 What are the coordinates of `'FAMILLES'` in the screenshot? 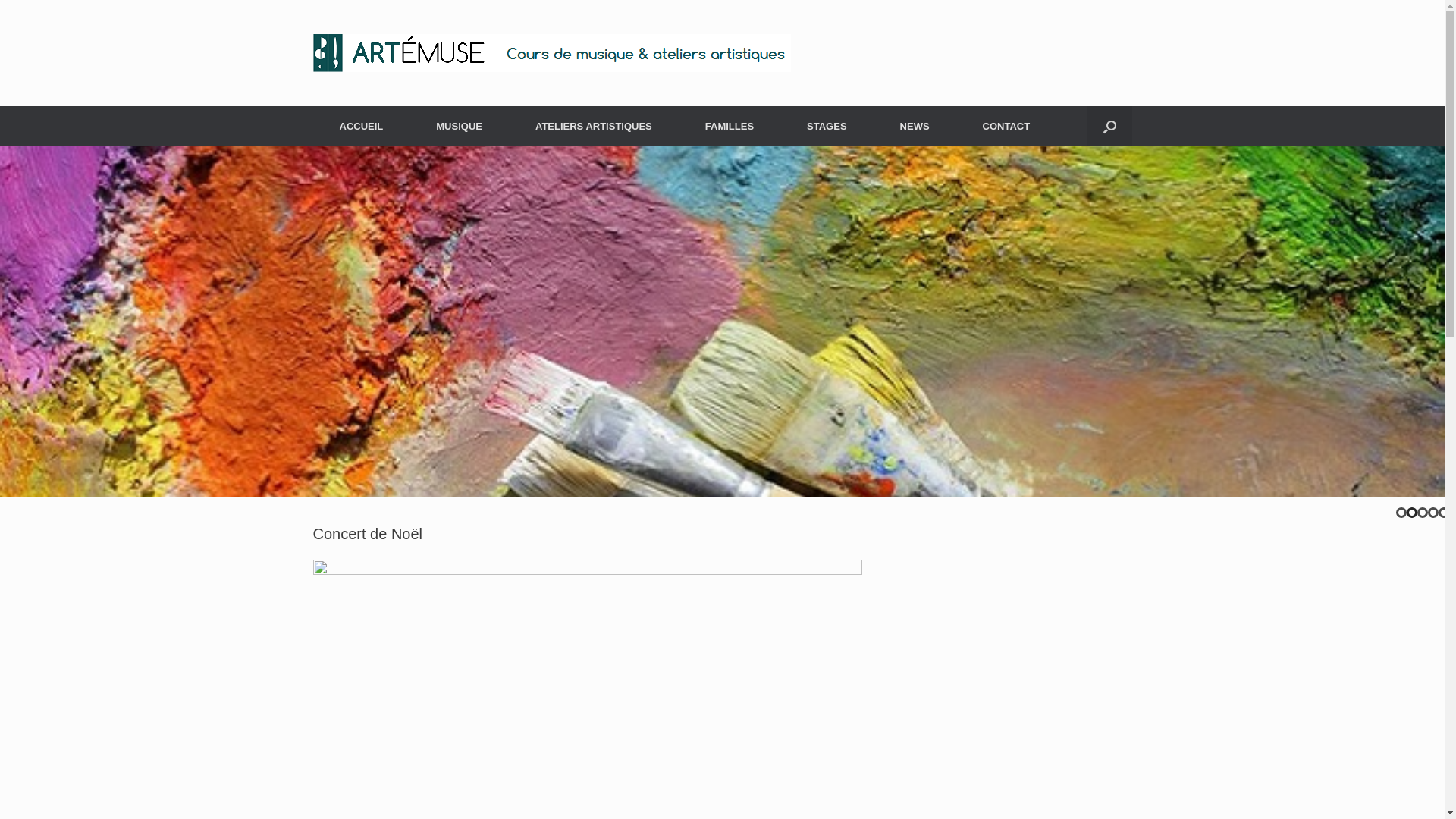 It's located at (729, 125).